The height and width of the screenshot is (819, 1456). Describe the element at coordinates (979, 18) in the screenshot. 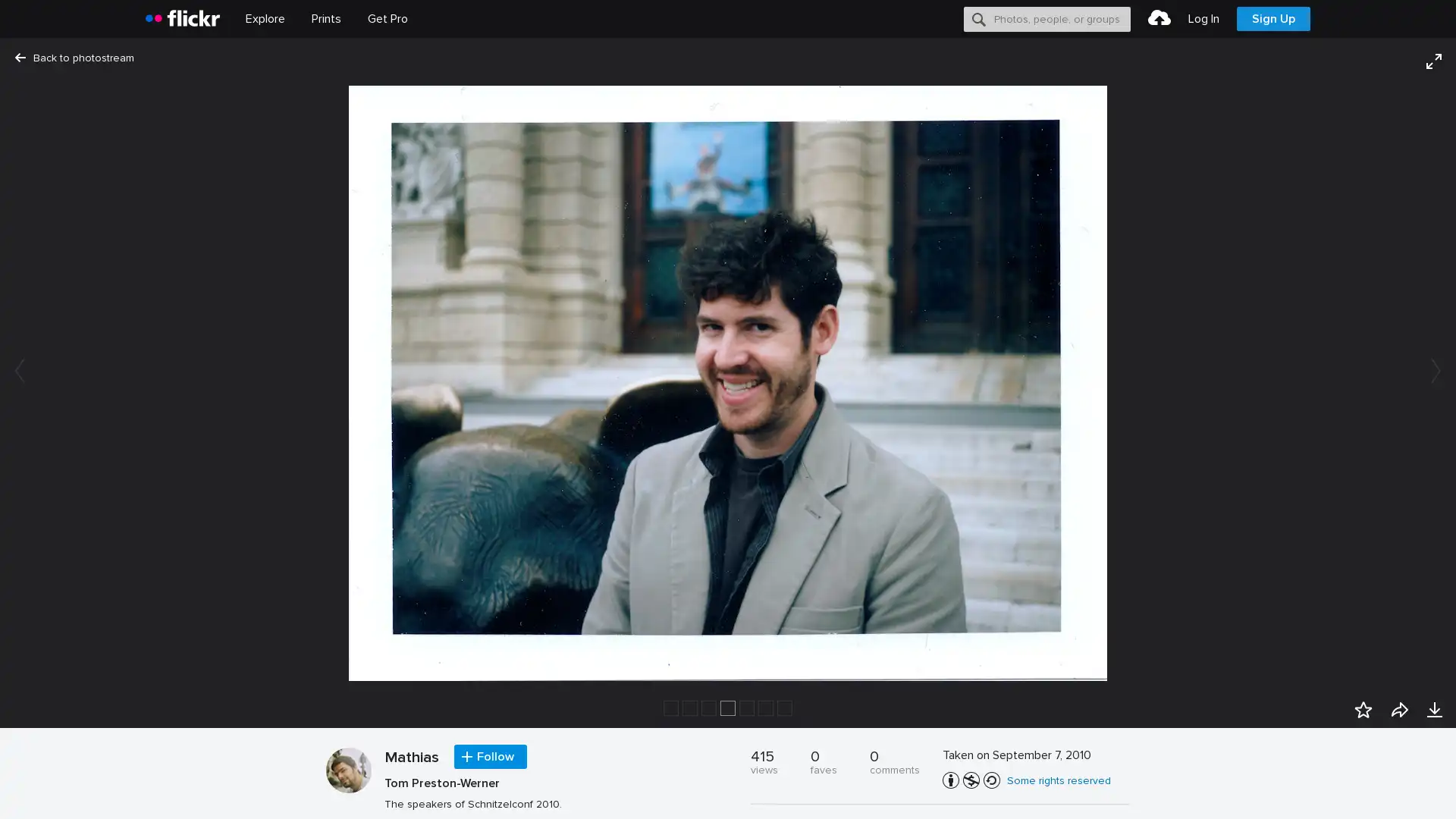

I see `Search` at that location.